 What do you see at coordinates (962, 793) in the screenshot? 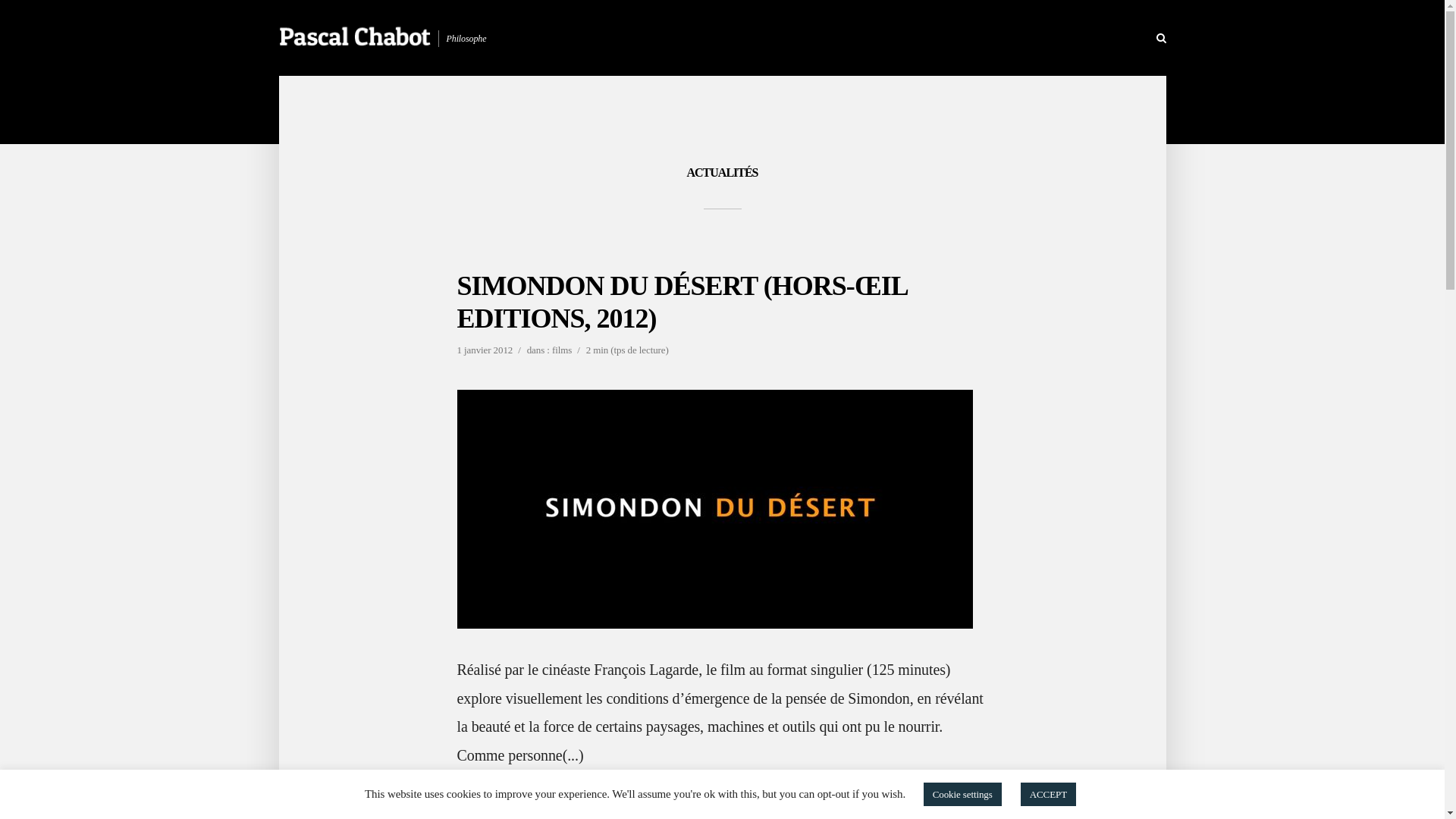
I see `'Cookie settings'` at bounding box center [962, 793].